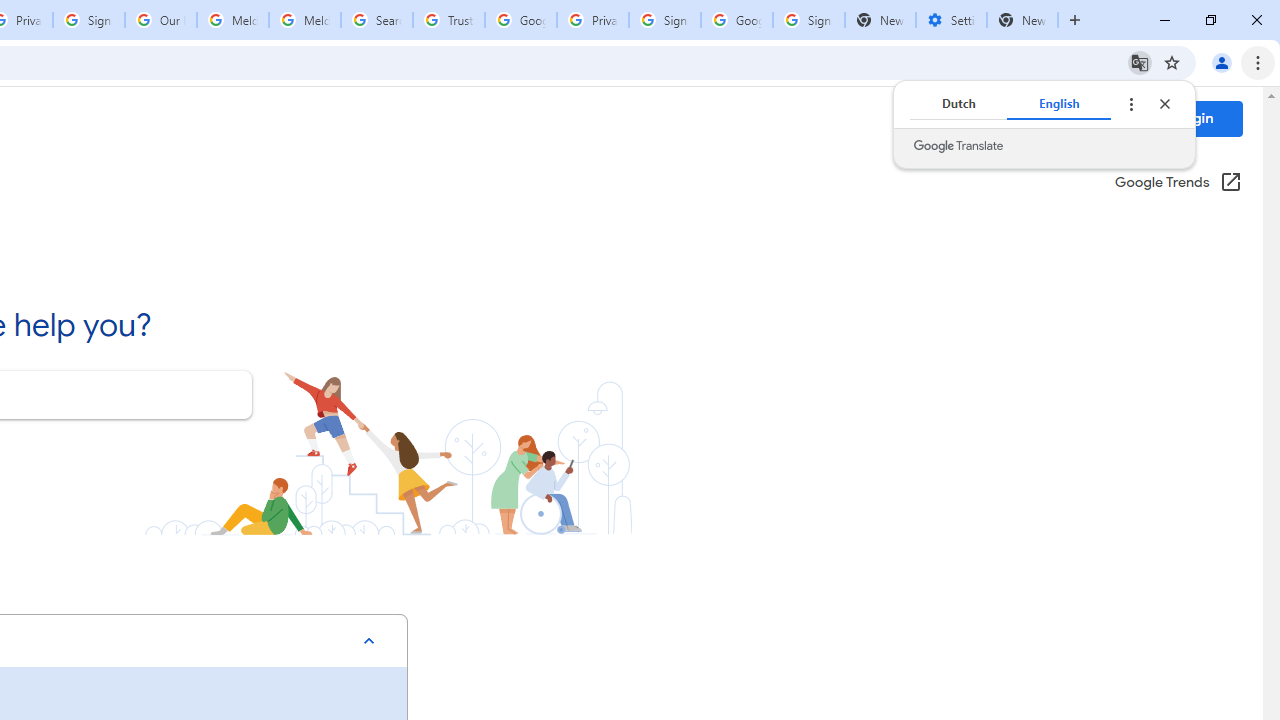 The width and height of the screenshot is (1280, 720). What do you see at coordinates (736, 20) in the screenshot?
I see `'Google Cybersecurity Innovations - Google Safety Center'` at bounding box center [736, 20].